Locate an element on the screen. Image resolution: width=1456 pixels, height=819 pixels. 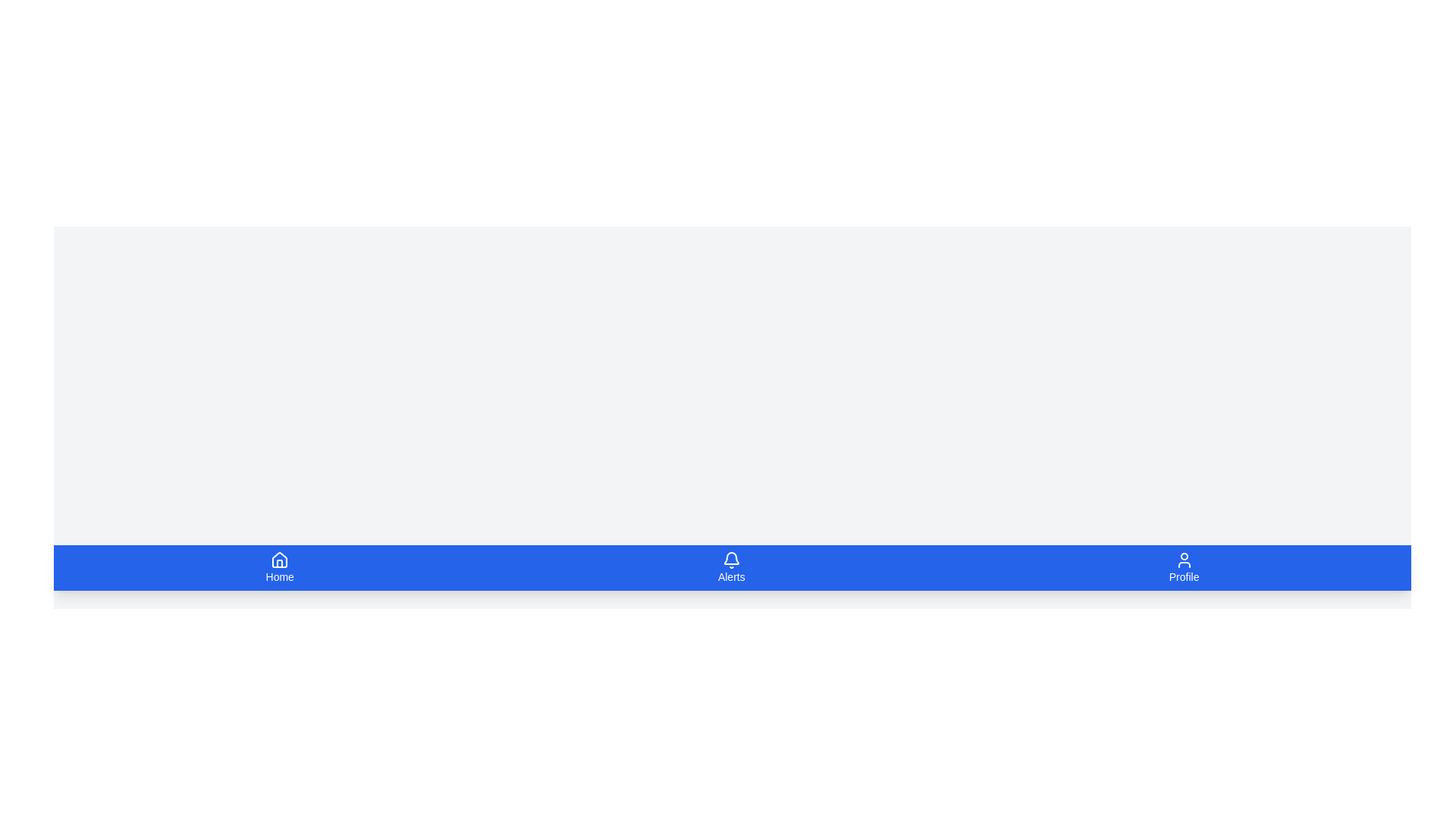
the house icon located within the blue 'Home' button at the bottom left corner of the interface to invoke a context menu is located at coordinates (280, 560).